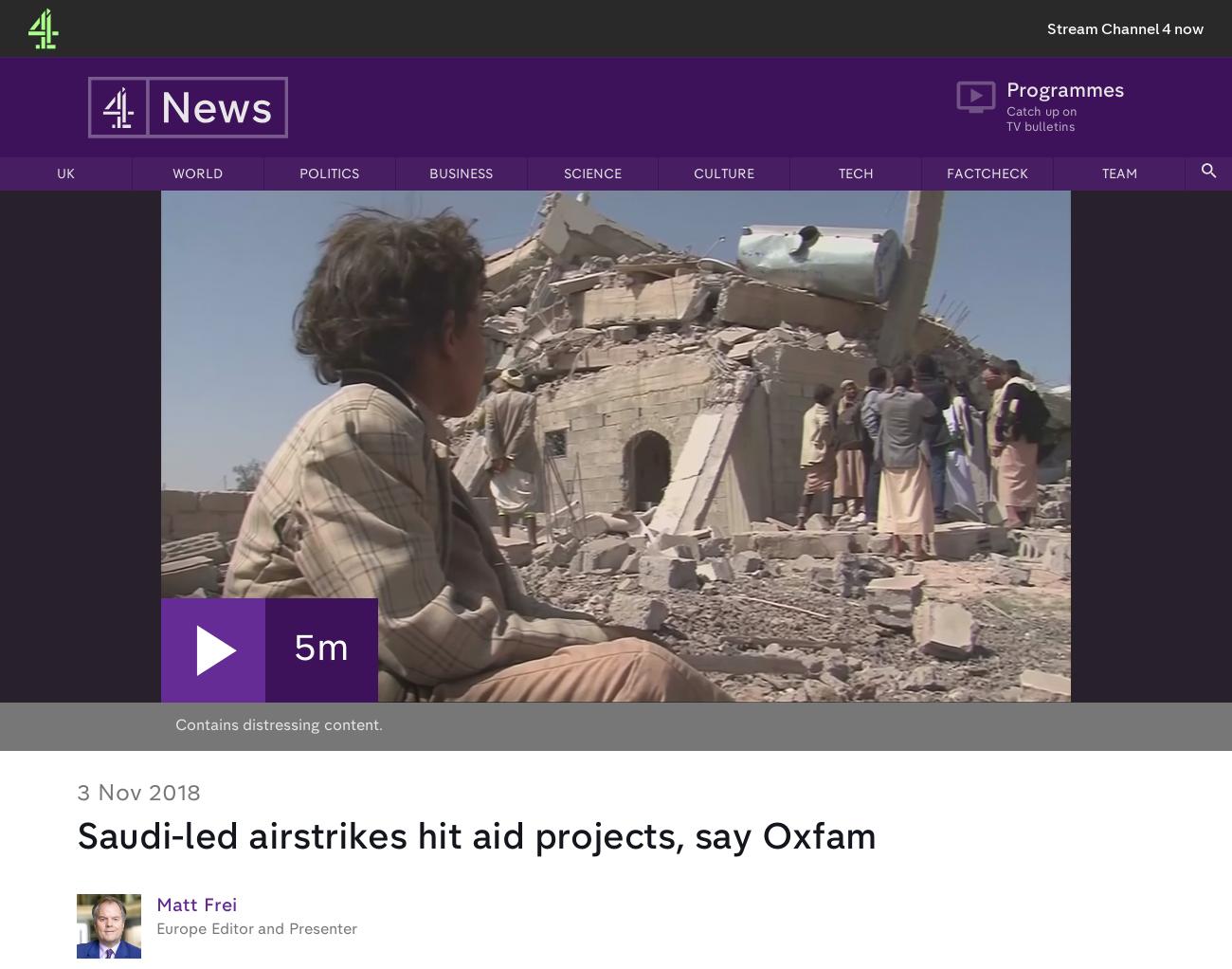  Describe the element at coordinates (397, 552) in the screenshot. I see `'A warning – you may find some of the images in this report distressing.'` at that location.